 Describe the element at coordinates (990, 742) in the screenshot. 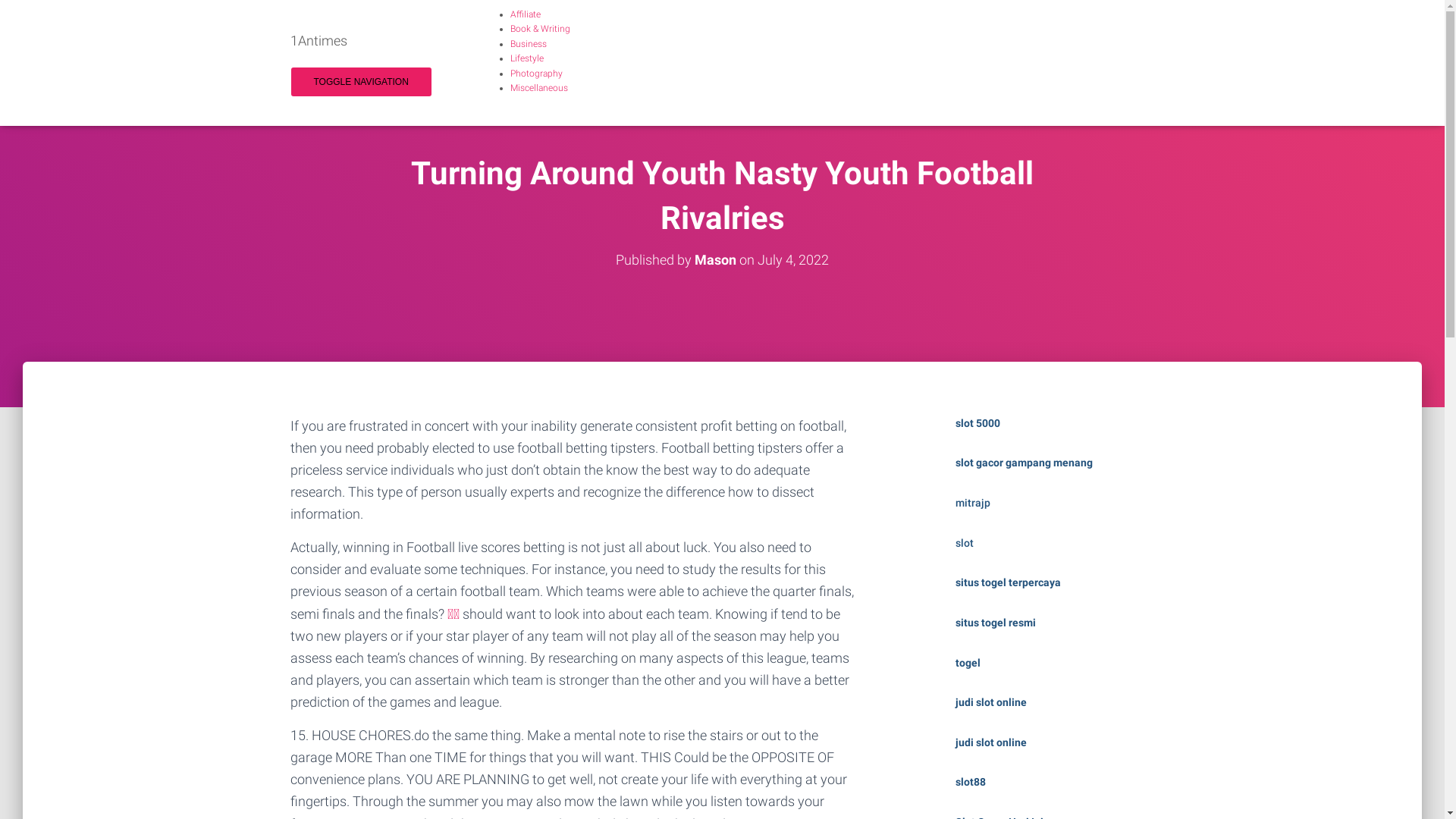

I see `'judi slot online'` at that location.